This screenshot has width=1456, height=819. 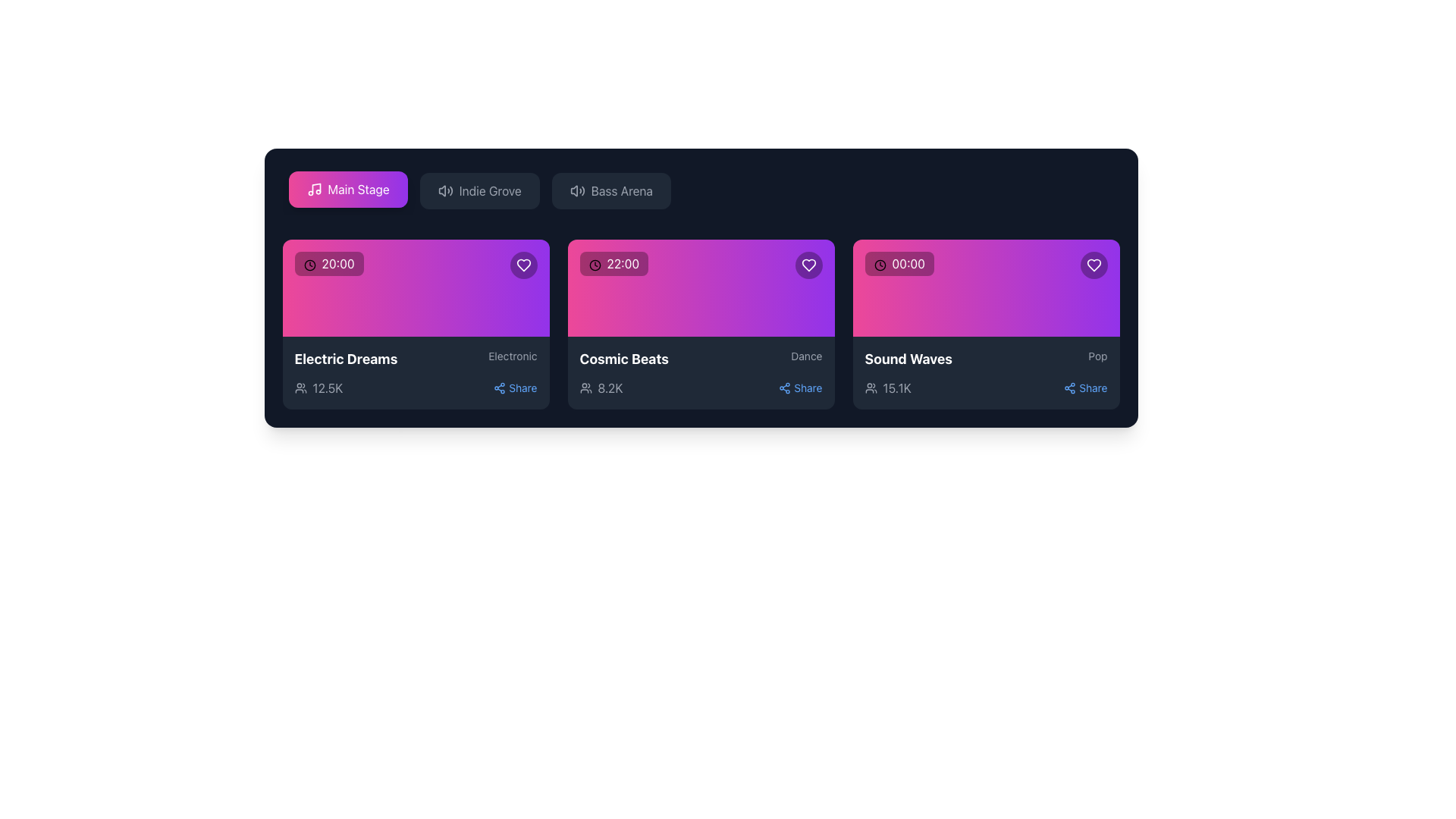 What do you see at coordinates (1094, 265) in the screenshot?
I see `the heart icon in the top-right corner of the third card labeled 'Sound Waves' to mark the item as favorite` at bounding box center [1094, 265].